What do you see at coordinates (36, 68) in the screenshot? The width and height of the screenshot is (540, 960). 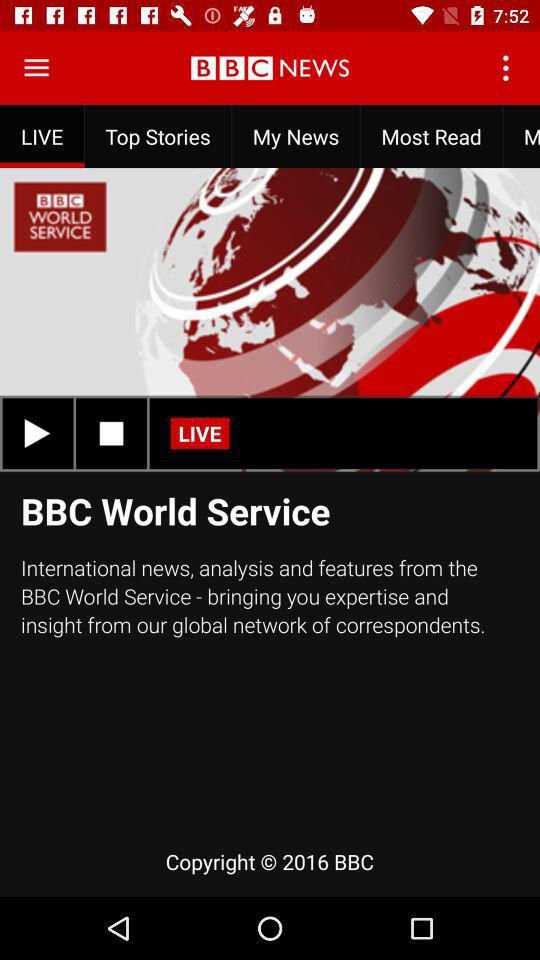 I see `drop down menu items` at bounding box center [36, 68].